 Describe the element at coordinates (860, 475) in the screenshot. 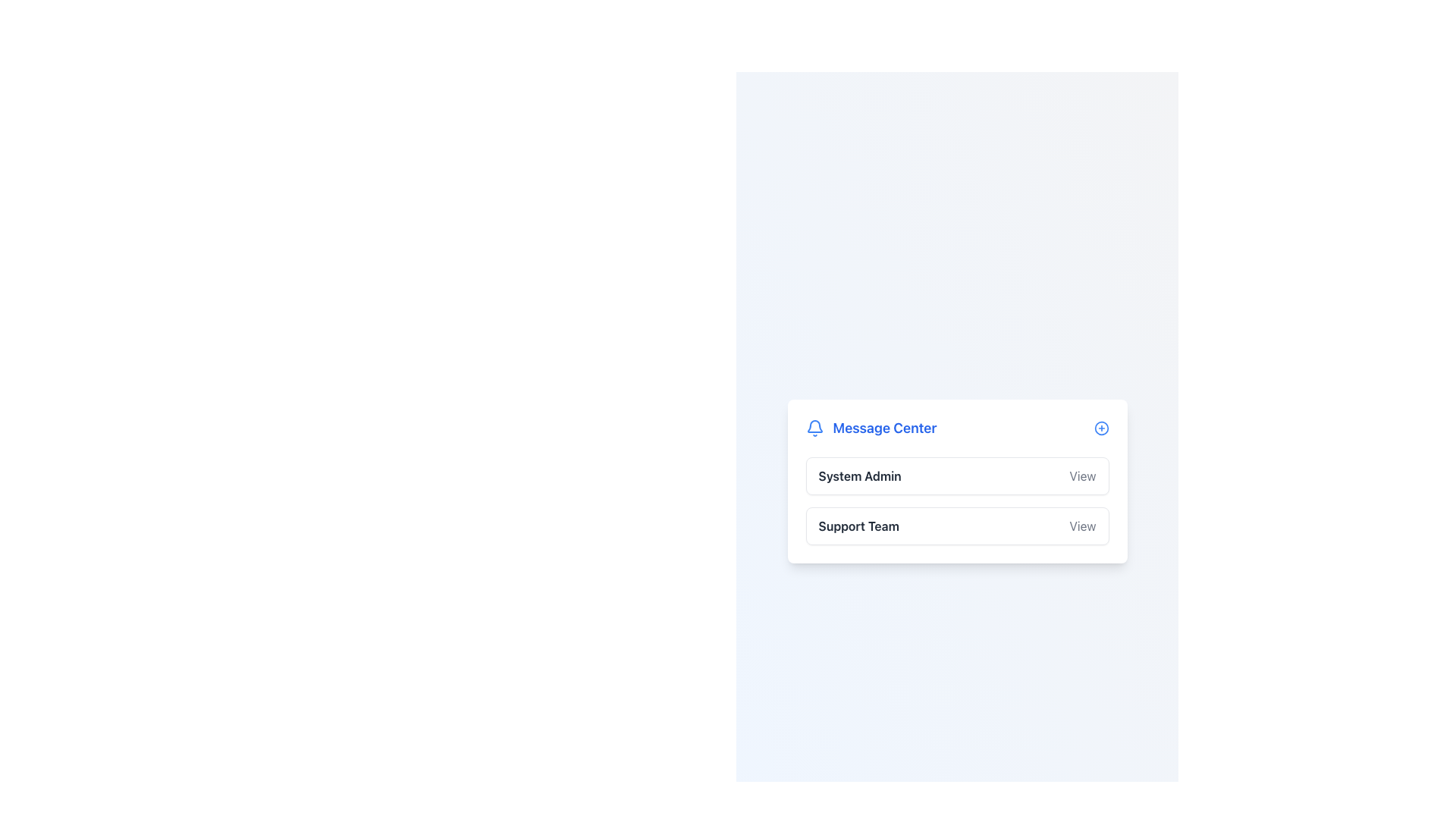

I see `the text label displaying 'System Admin', which is positioned to the left of the 'View' link in the 'Message Center' card` at that location.